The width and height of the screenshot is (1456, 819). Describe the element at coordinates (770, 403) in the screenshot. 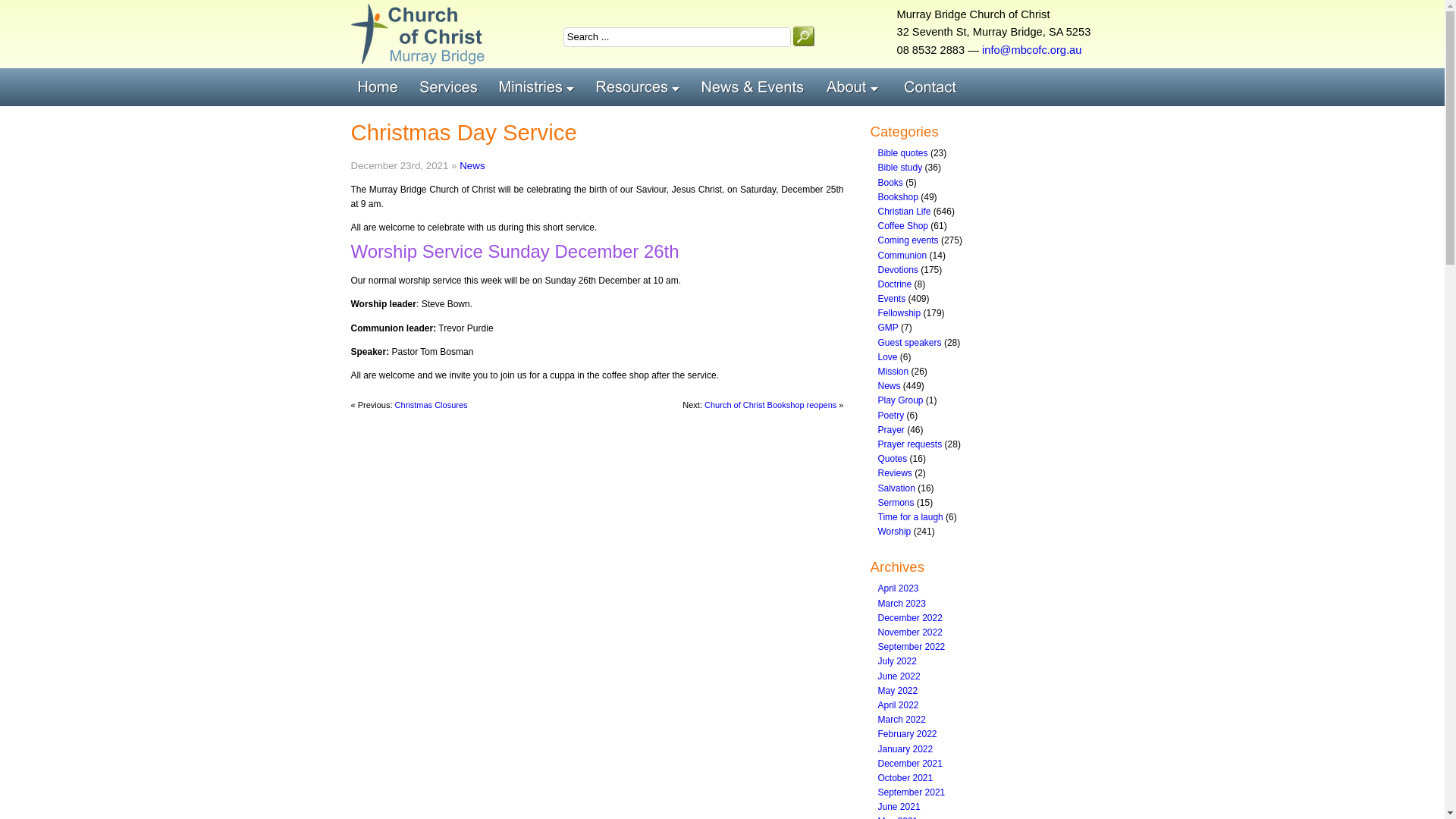

I see `'Church of Christ Bookshop reopens'` at that location.